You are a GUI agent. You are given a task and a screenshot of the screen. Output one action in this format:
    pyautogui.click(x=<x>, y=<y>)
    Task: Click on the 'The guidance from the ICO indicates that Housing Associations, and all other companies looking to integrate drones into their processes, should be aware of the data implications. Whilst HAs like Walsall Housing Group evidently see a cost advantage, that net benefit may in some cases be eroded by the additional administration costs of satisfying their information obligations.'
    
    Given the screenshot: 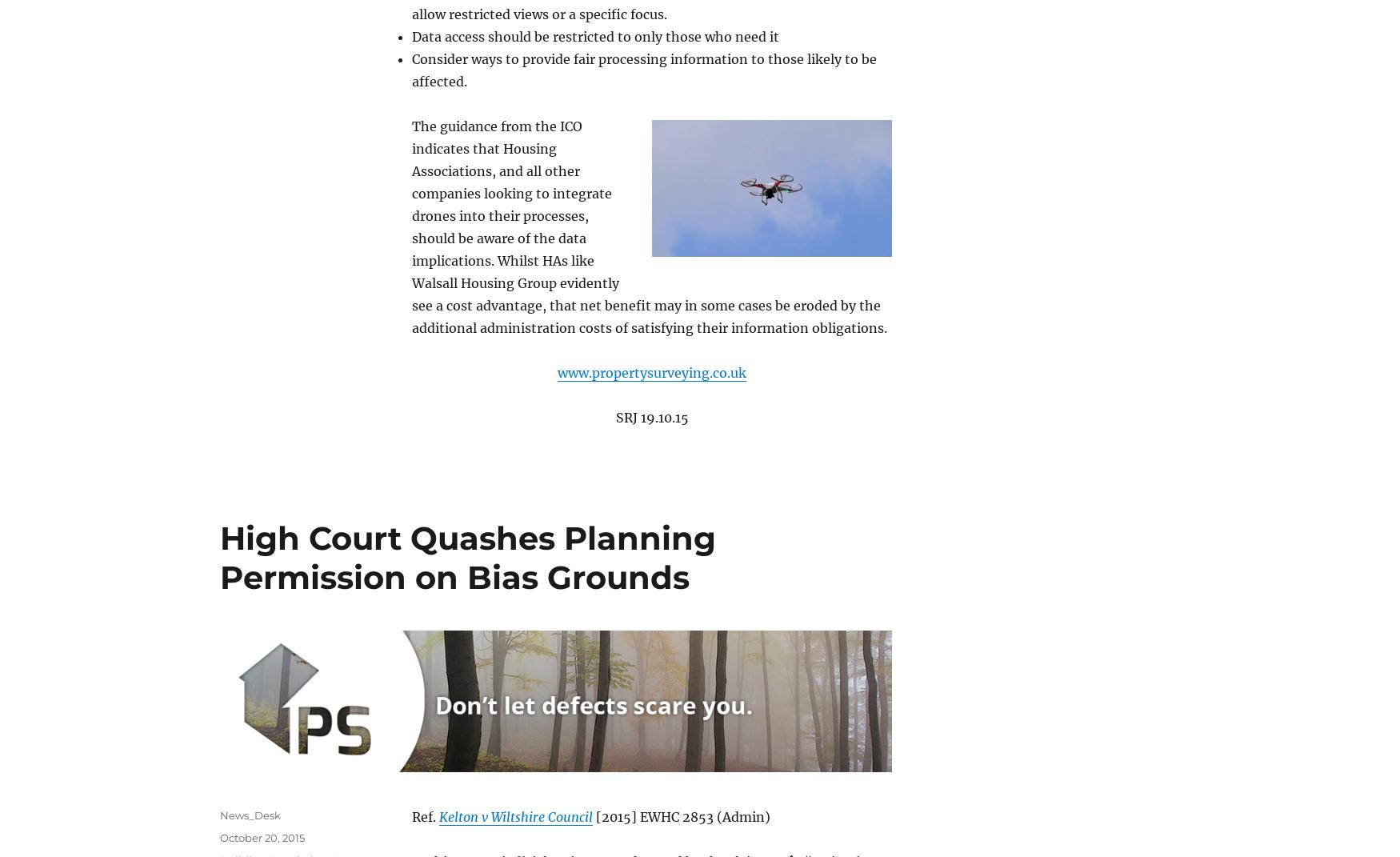 What is the action you would take?
    pyautogui.click(x=411, y=226)
    